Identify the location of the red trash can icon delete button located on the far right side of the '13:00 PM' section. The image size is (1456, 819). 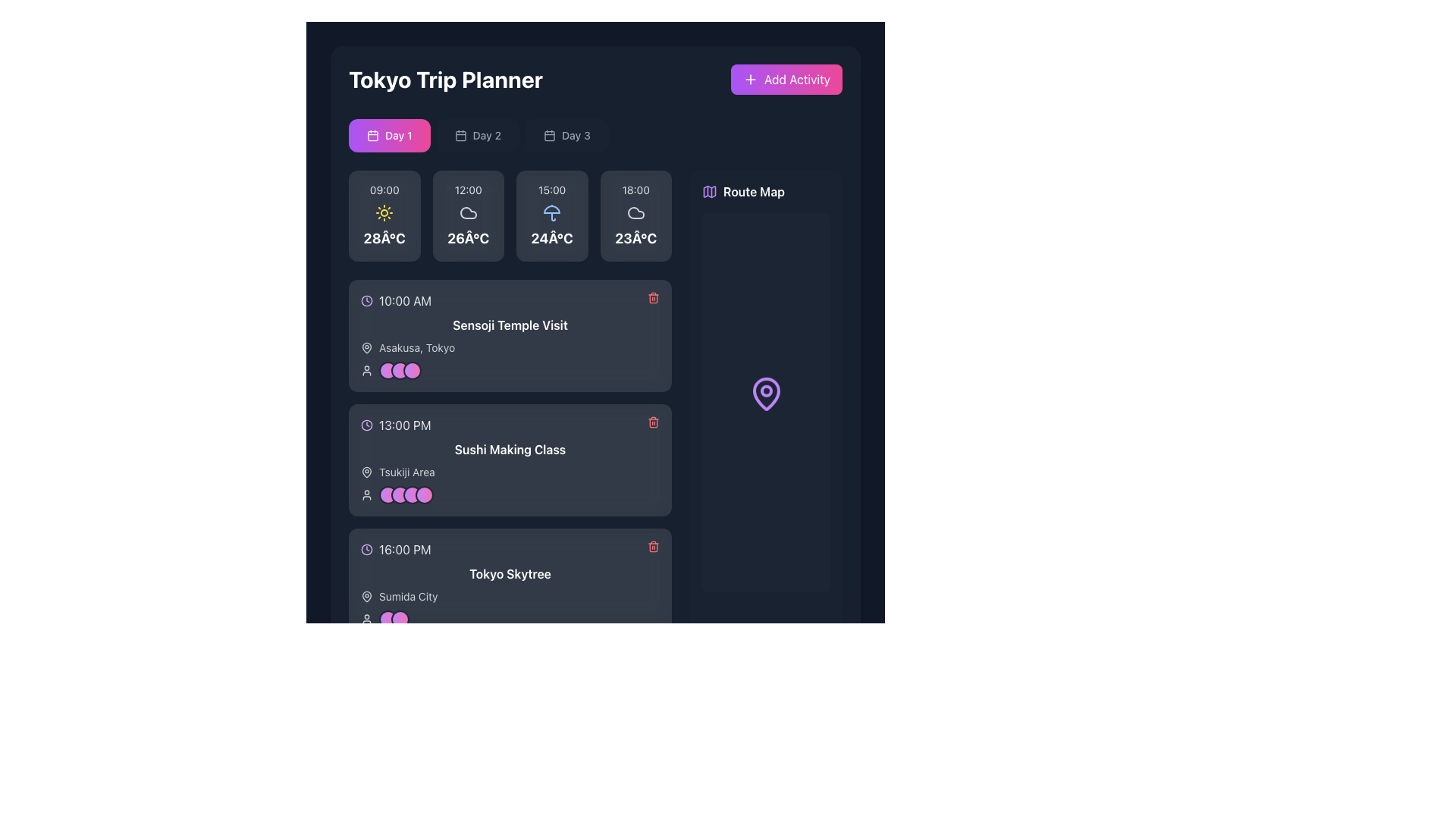
(654, 422).